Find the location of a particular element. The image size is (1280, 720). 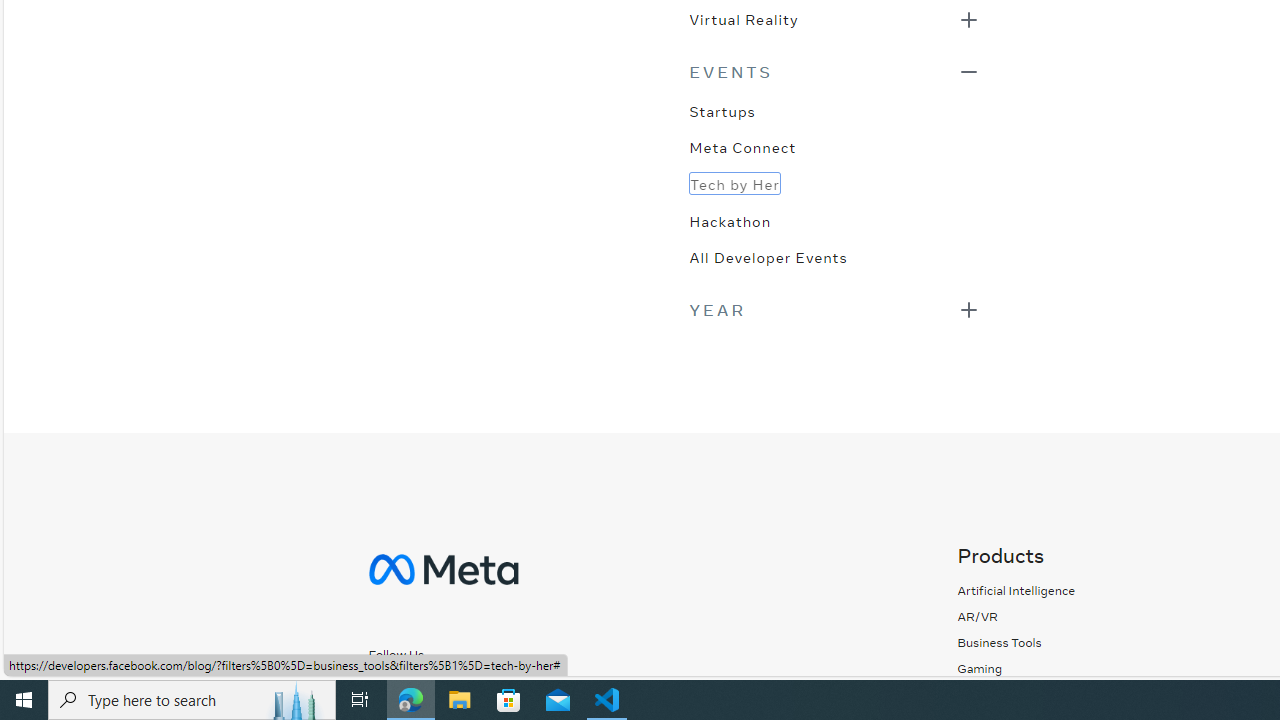

'Business Tools' is located at coordinates (999, 642).